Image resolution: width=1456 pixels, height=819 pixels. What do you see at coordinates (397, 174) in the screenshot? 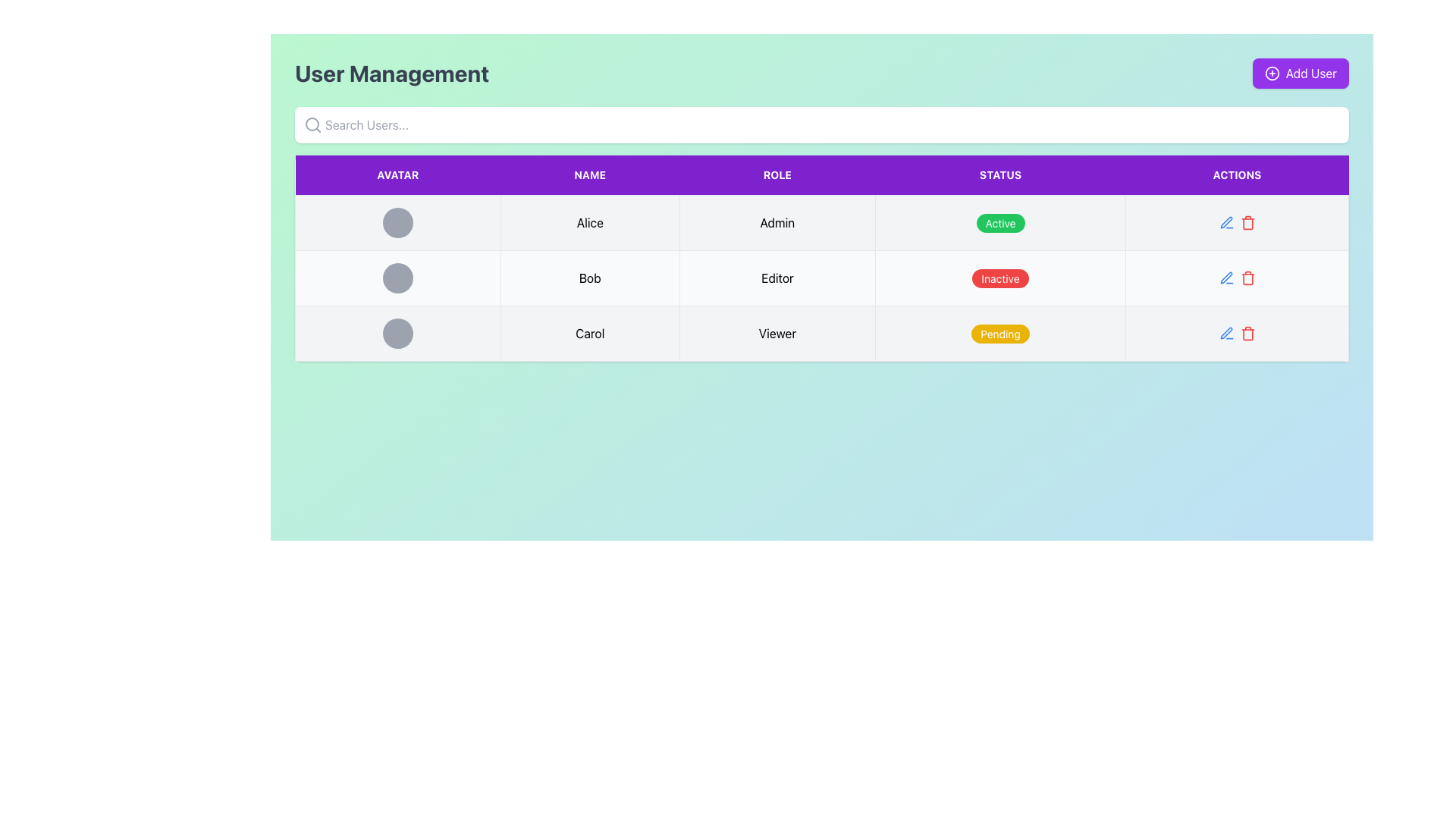
I see `the Table Header Cell with the purple background and white uppercase text reading 'AVATAR', which is the first cell in the header row of the table` at bounding box center [397, 174].